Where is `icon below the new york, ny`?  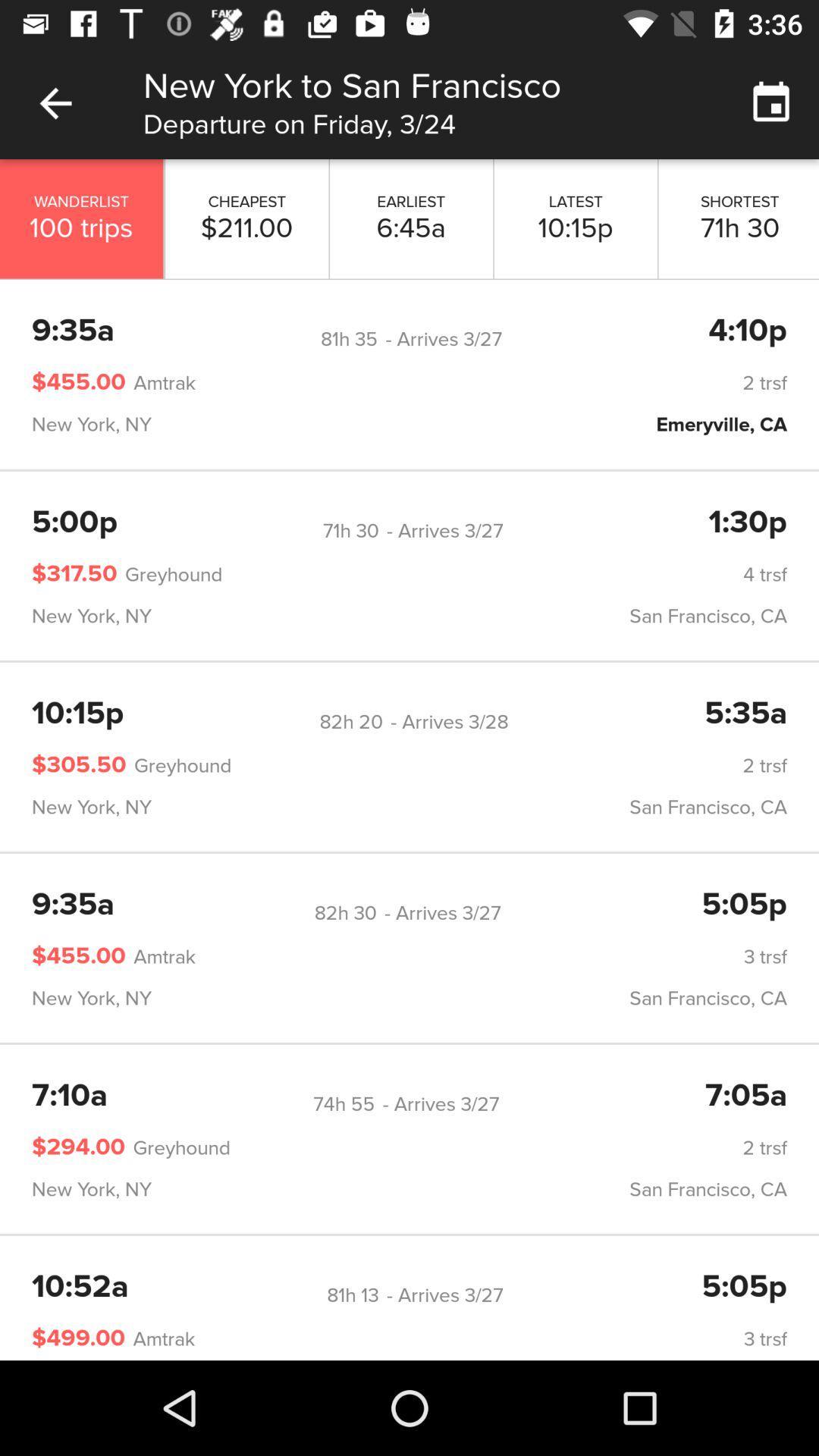 icon below the new york, ny is located at coordinates (351, 721).